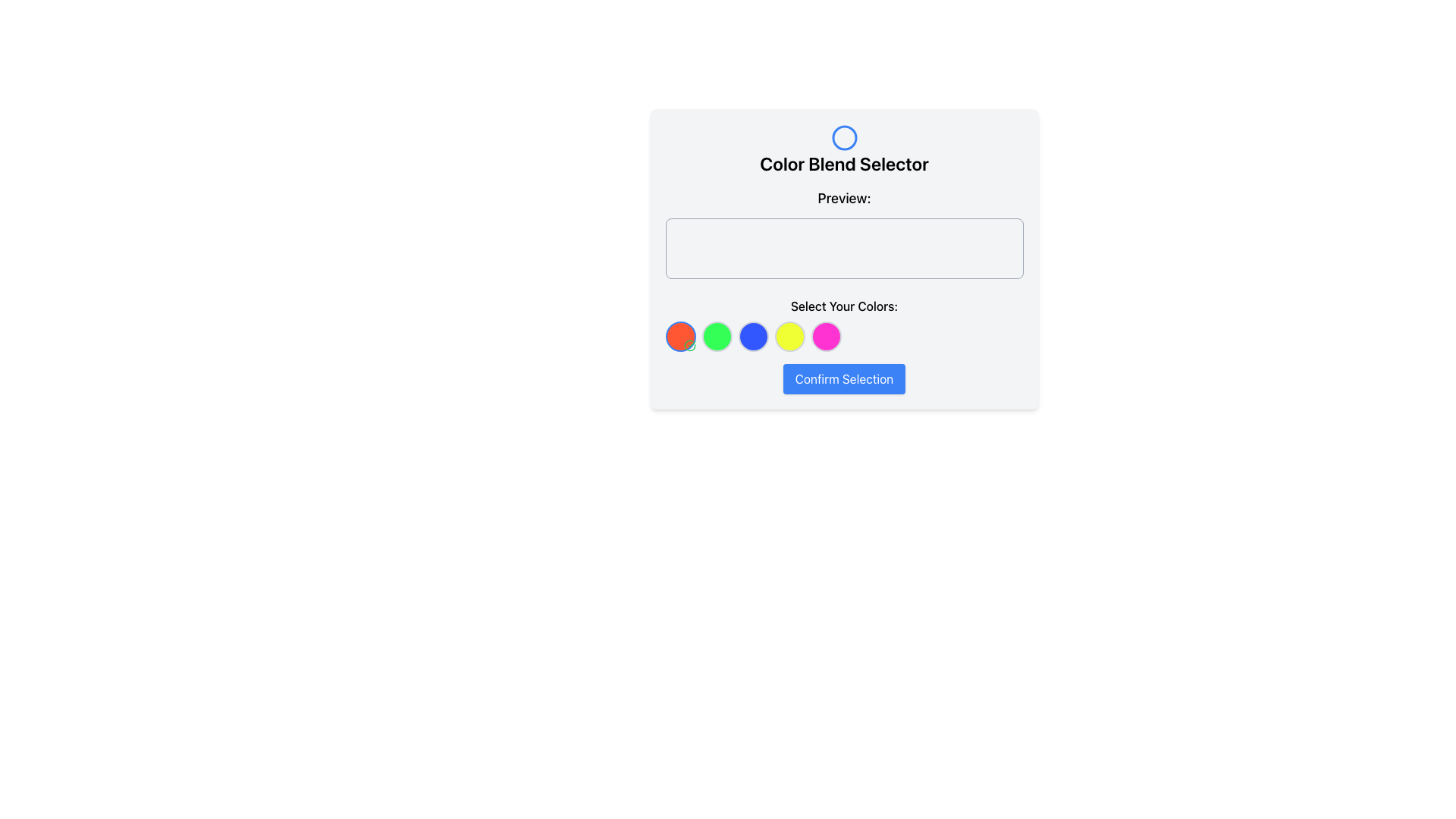 This screenshot has width=1456, height=819. Describe the element at coordinates (716, 335) in the screenshot. I see `the circular green button located in the 'Select Your Colors' section` at that location.